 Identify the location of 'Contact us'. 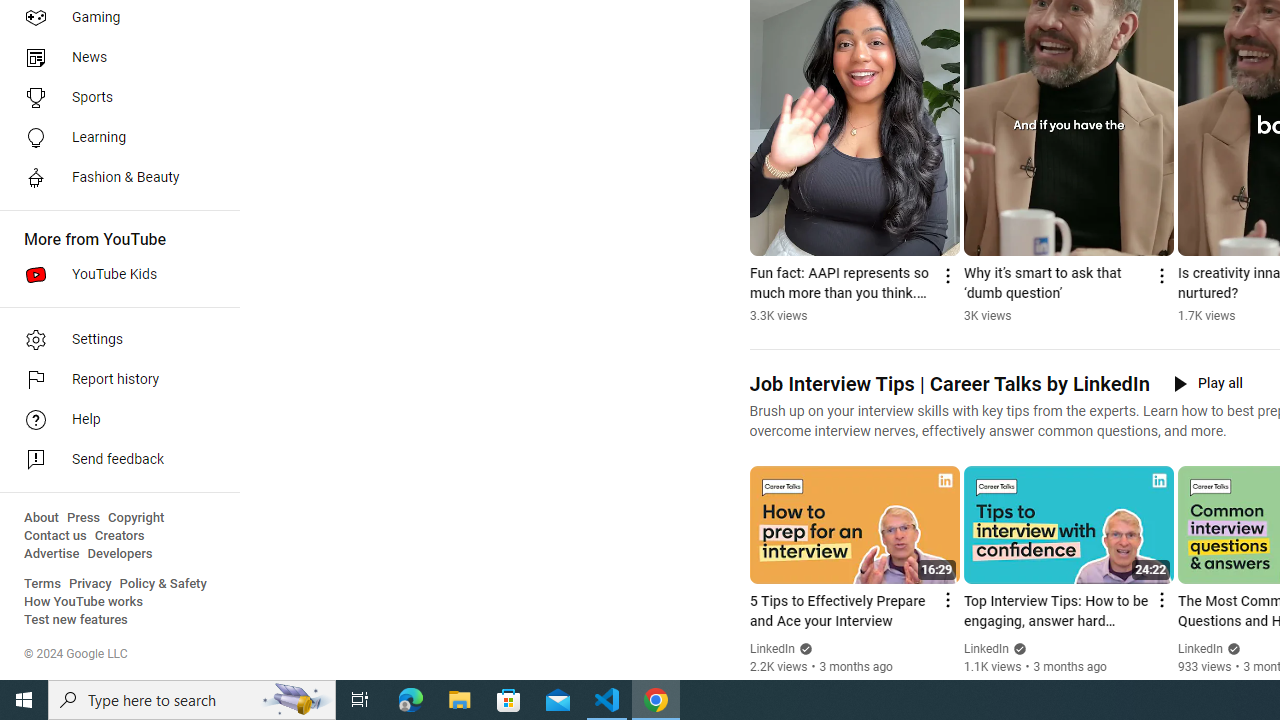
(55, 535).